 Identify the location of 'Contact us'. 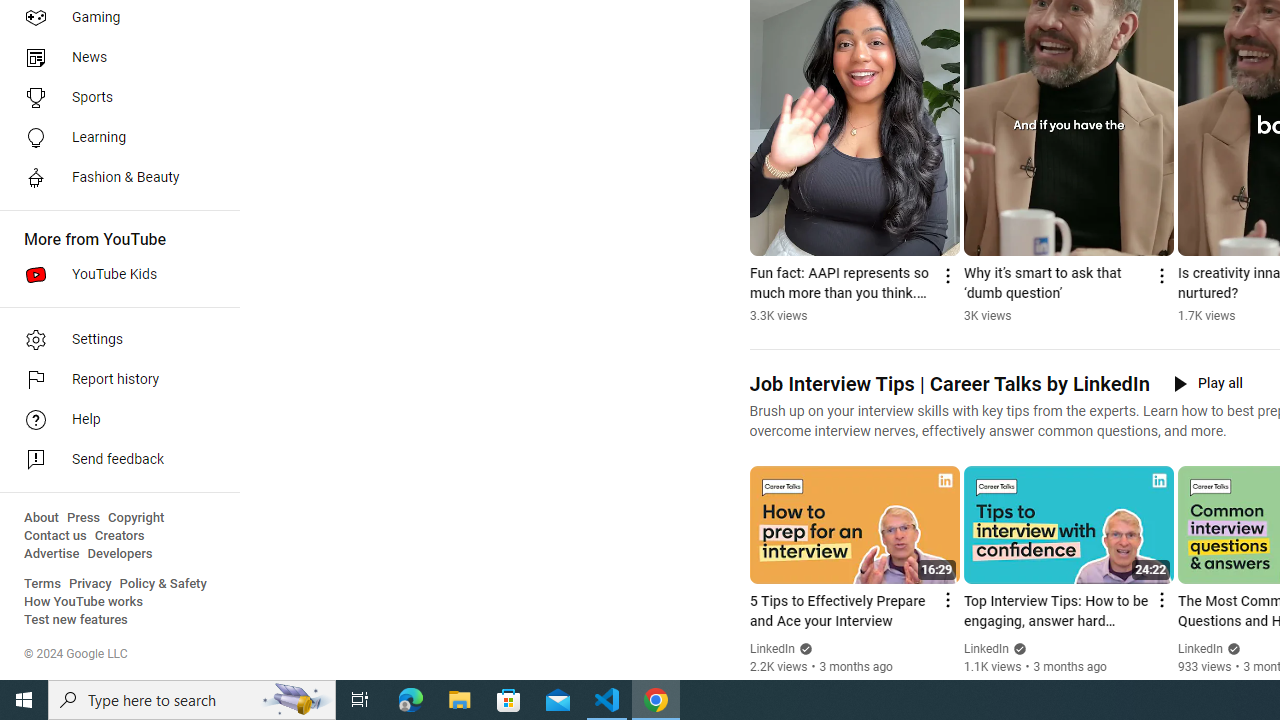
(55, 535).